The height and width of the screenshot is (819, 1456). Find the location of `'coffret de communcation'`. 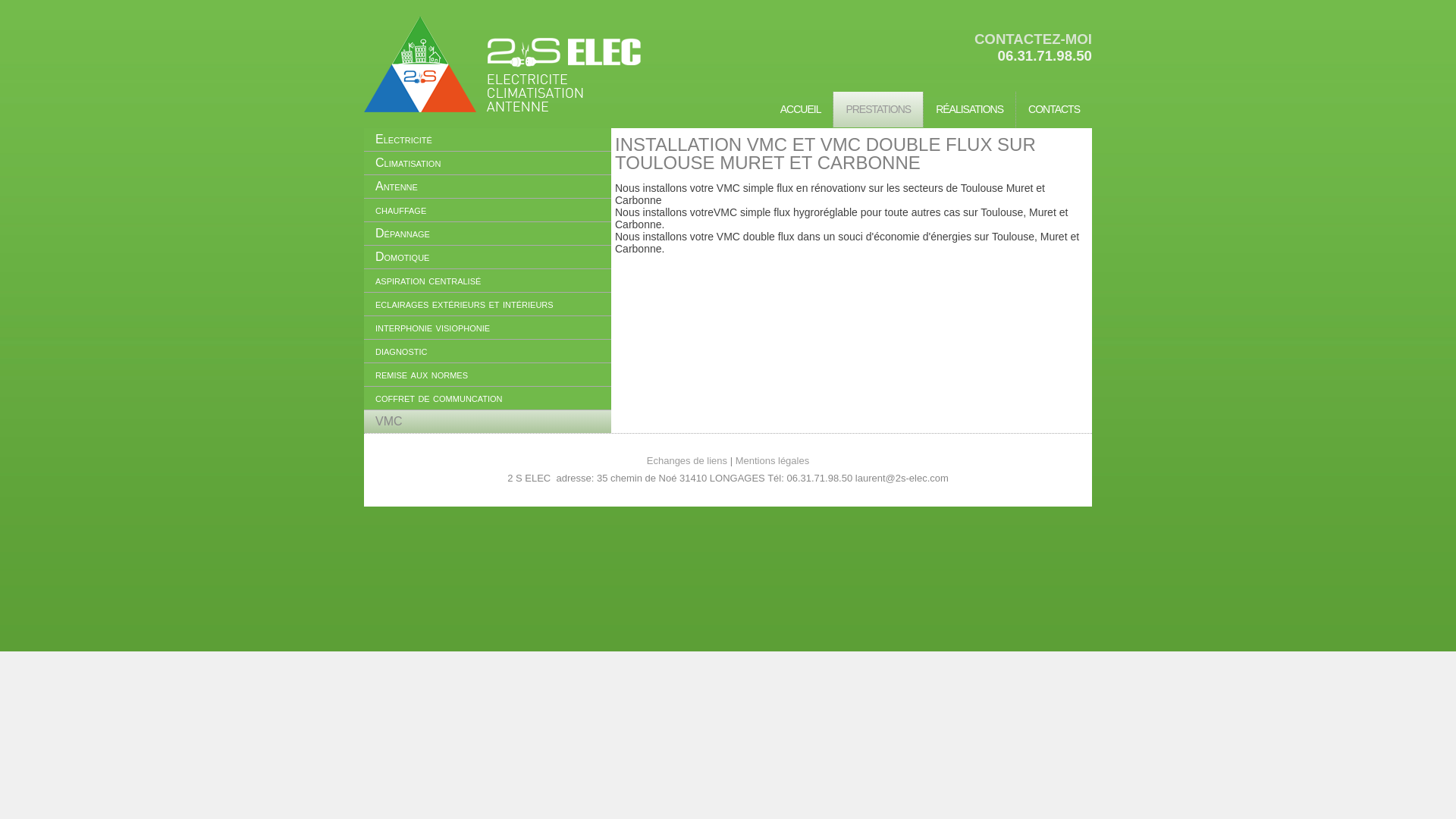

'coffret de communcation' is located at coordinates (488, 397).